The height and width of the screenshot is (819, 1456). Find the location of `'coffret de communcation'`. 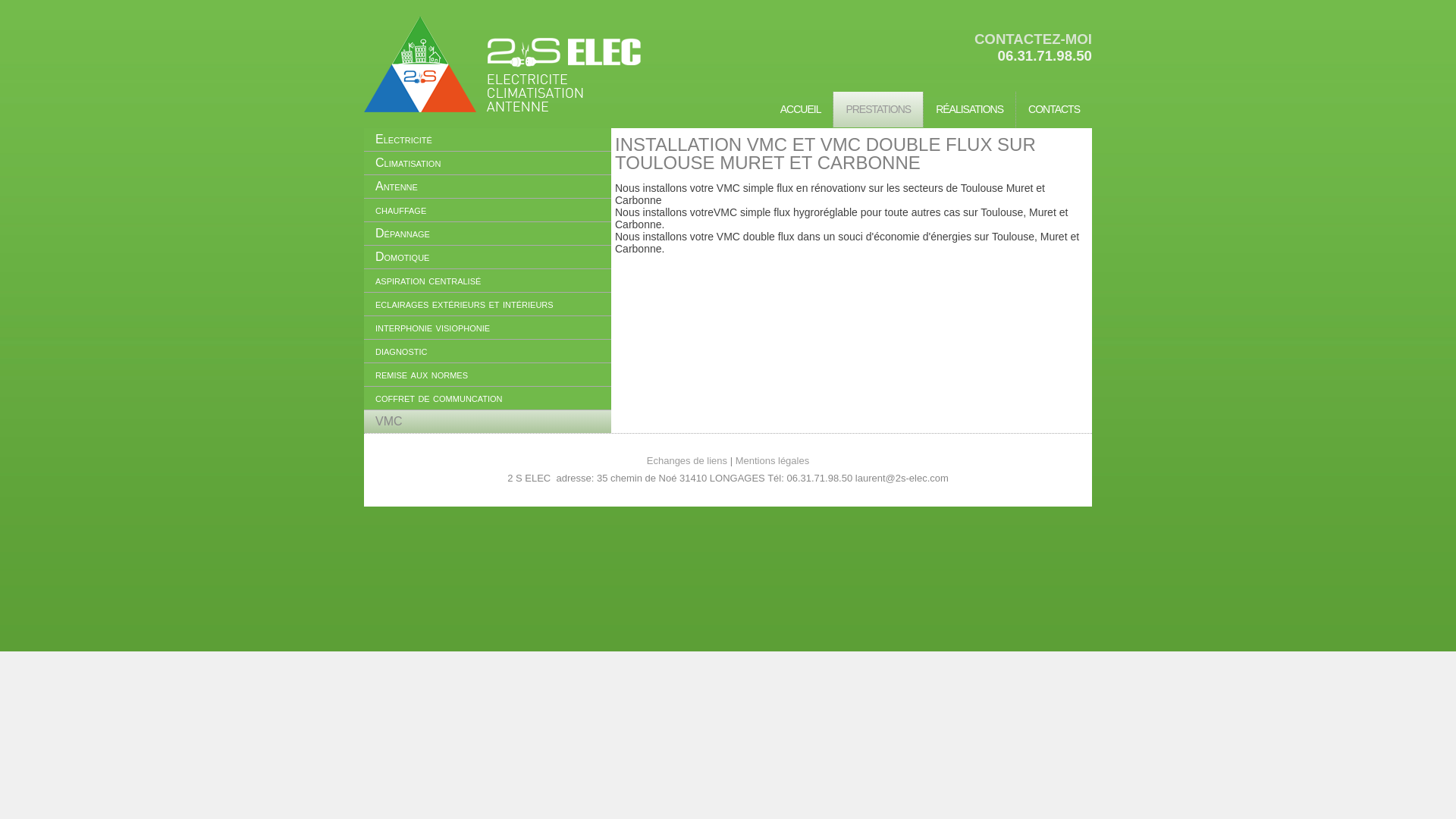

'coffret de communcation' is located at coordinates (488, 397).